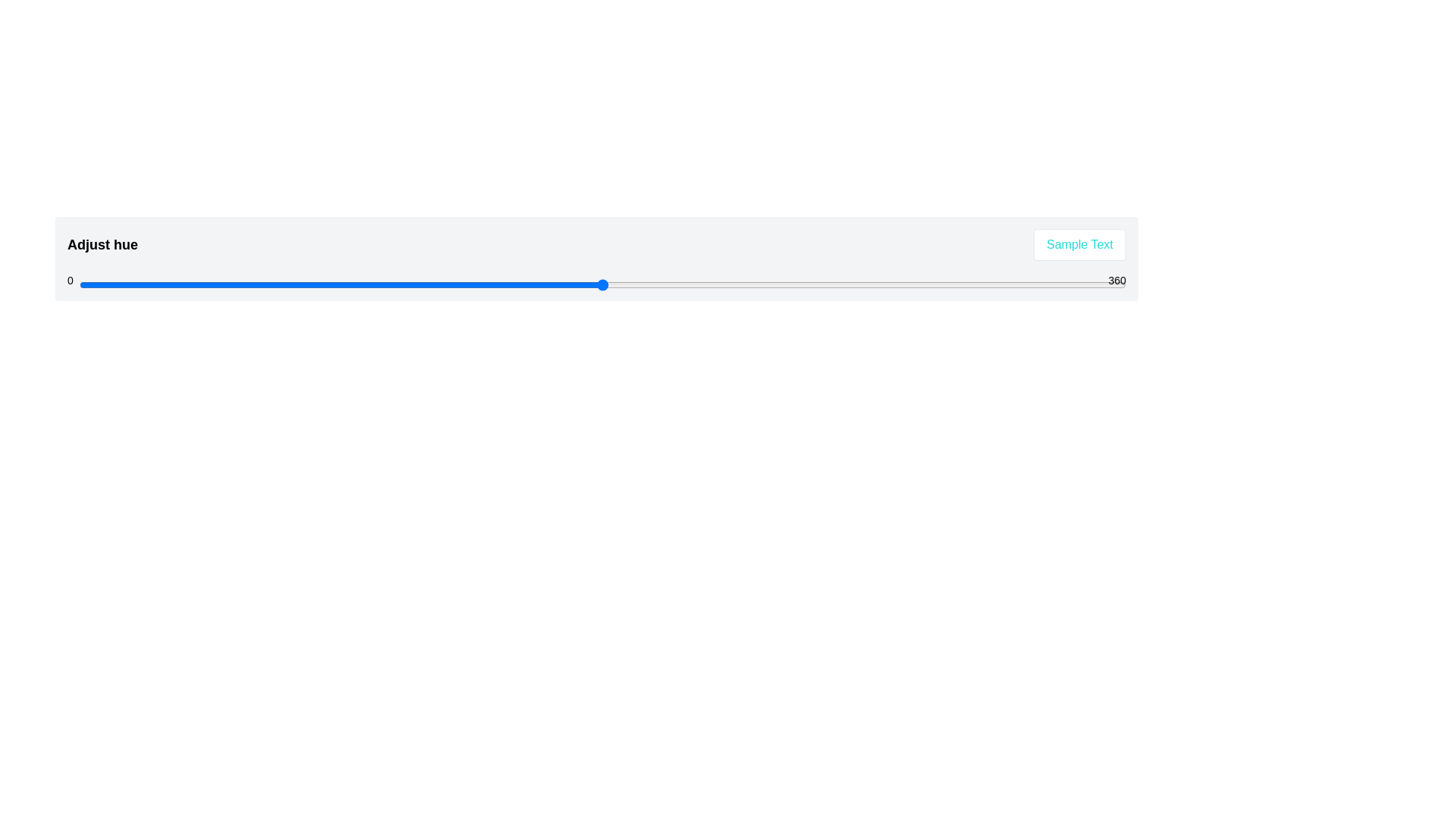 The height and width of the screenshot is (819, 1456). I want to click on the hue slider to a value of 67, so click(274, 284).